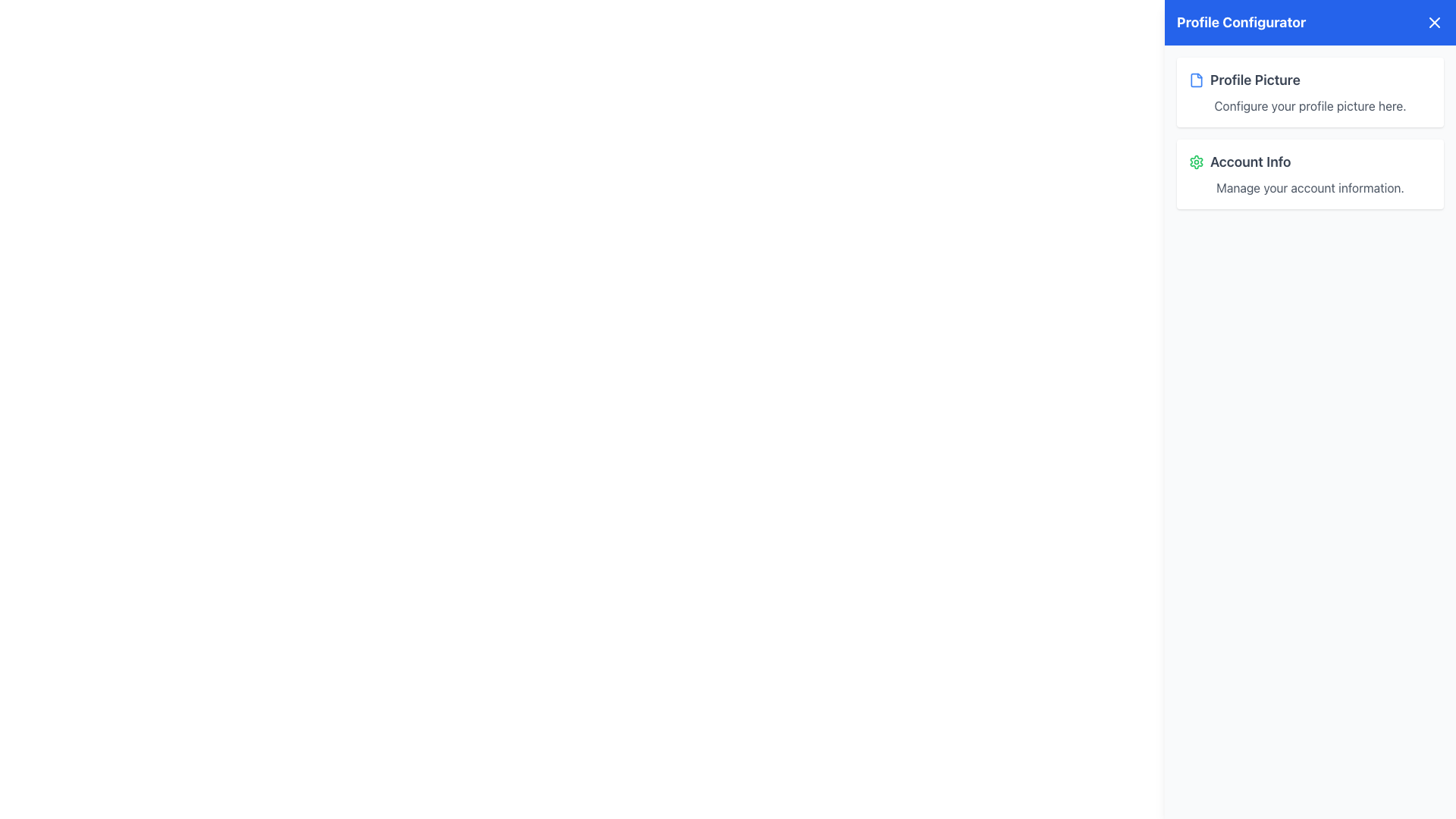  What do you see at coordinates (1196, 80) in the screenshot?
I see `the profile picture configuration icon located to the left of the 'Profile Picture' text in the top section of the sidebar` at bounding box center [1196, 80].